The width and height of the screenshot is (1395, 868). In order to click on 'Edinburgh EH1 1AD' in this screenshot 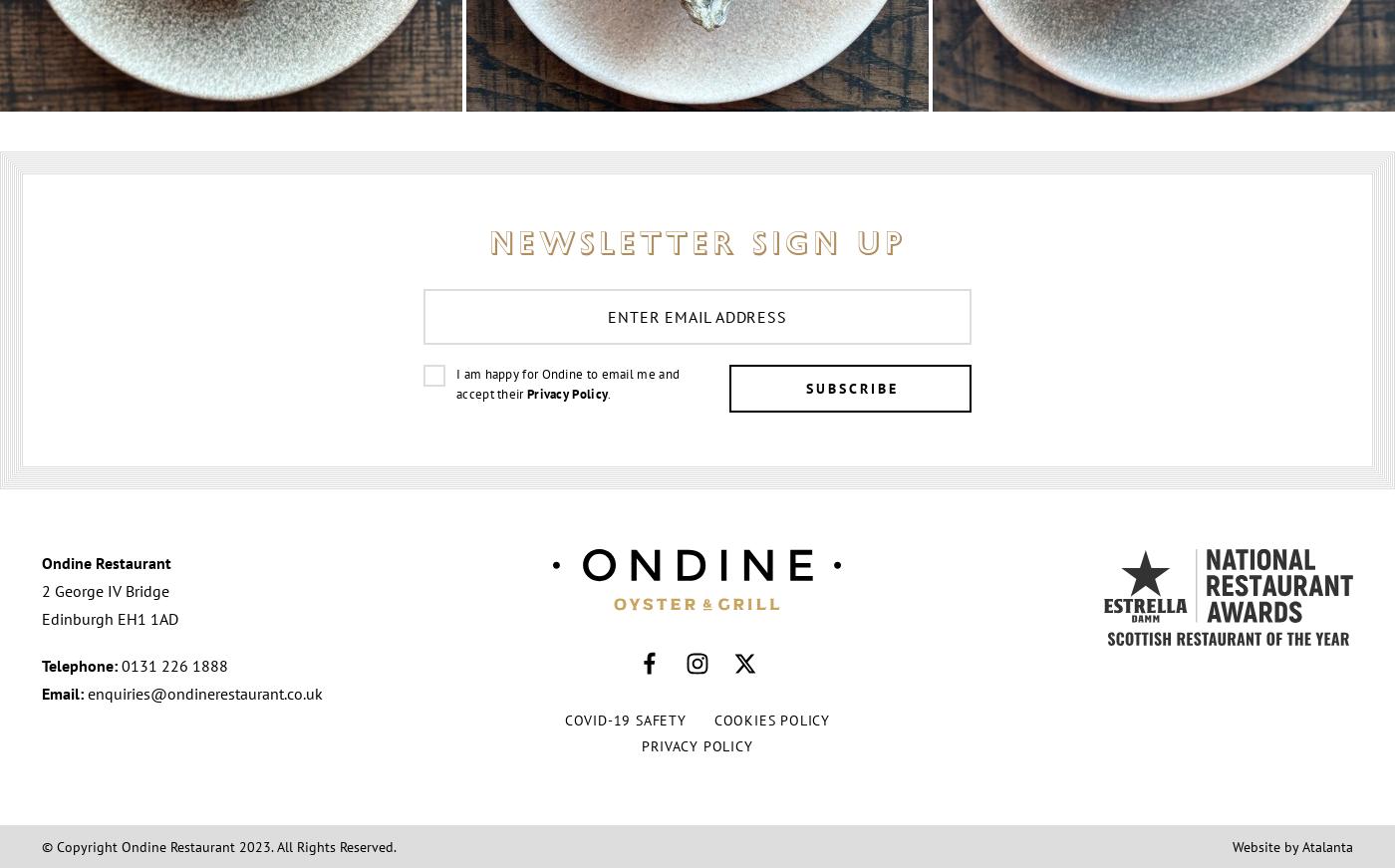, I will do `click(110, 618)`.